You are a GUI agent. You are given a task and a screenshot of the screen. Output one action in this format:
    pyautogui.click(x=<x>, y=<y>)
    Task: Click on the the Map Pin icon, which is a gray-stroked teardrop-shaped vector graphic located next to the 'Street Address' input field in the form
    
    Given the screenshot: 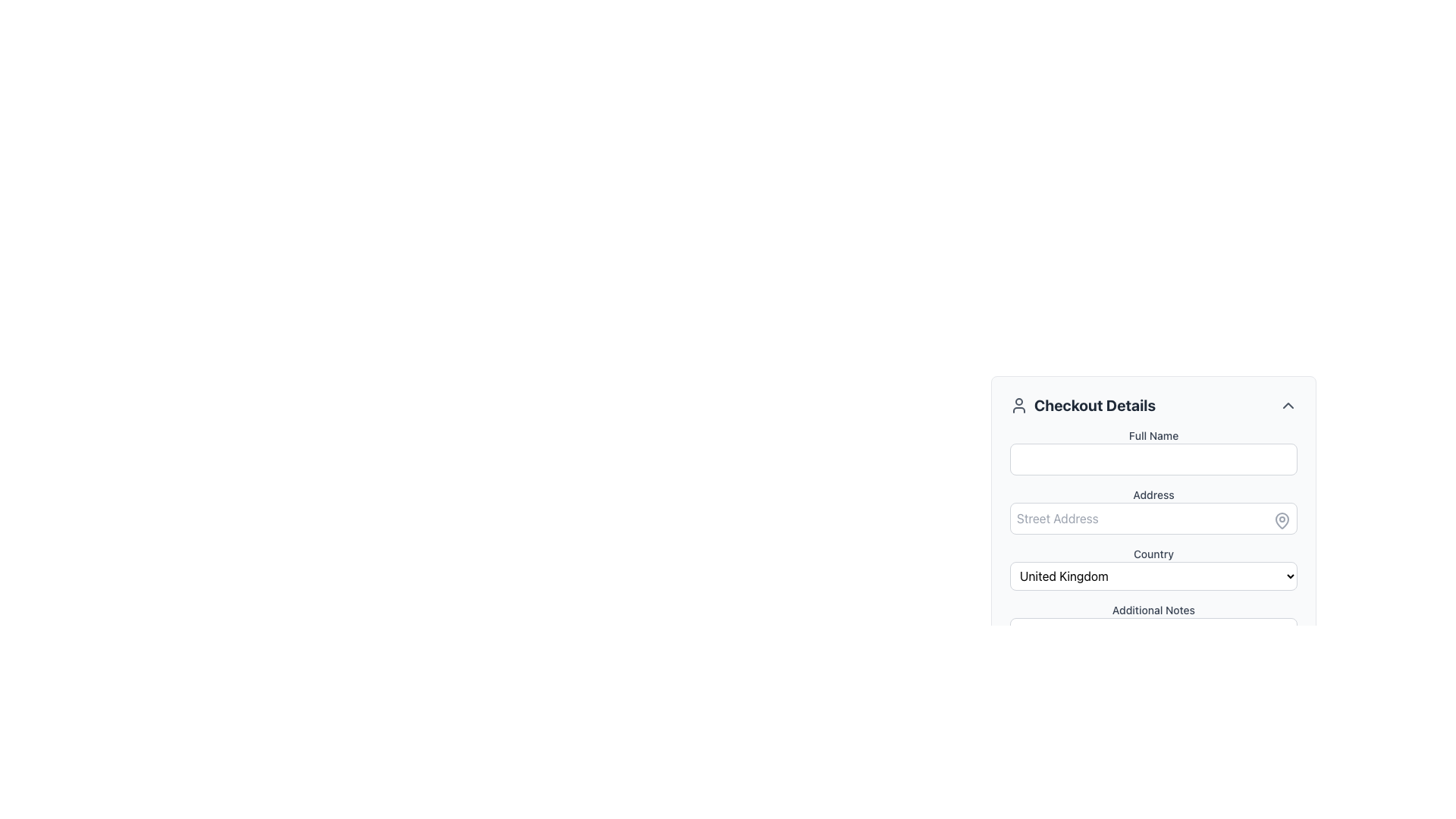 What is the action you would take?
    pyautogui.click(x=1281, y=519)
    